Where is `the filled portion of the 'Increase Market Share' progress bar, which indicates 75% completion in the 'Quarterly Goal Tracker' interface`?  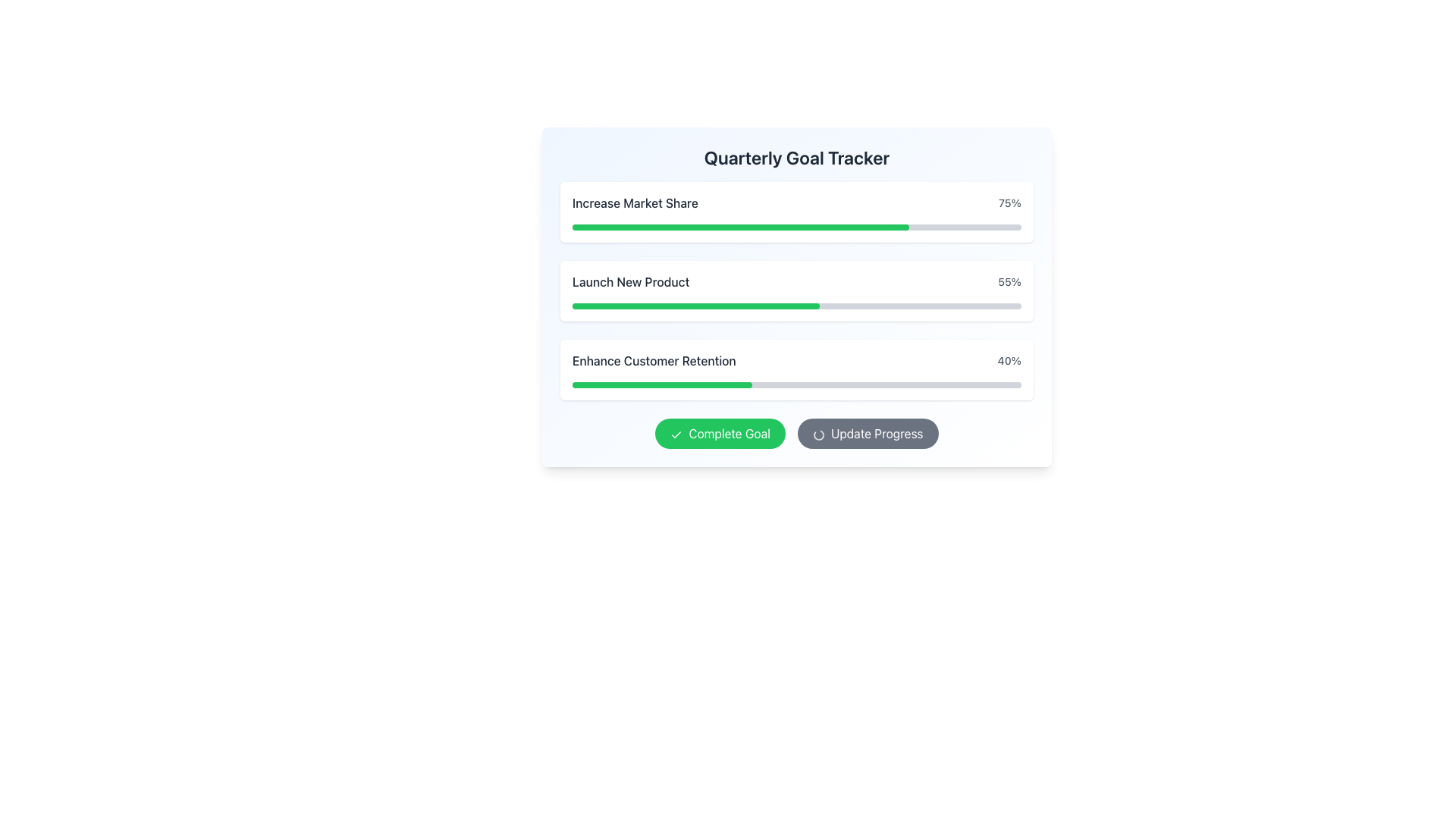 the filled portion of the 'Increase Market Share' progress bar, which indicates 75% completion in the 'Quarterly Goal Tracker' interface is located at coordinates (741, 227).